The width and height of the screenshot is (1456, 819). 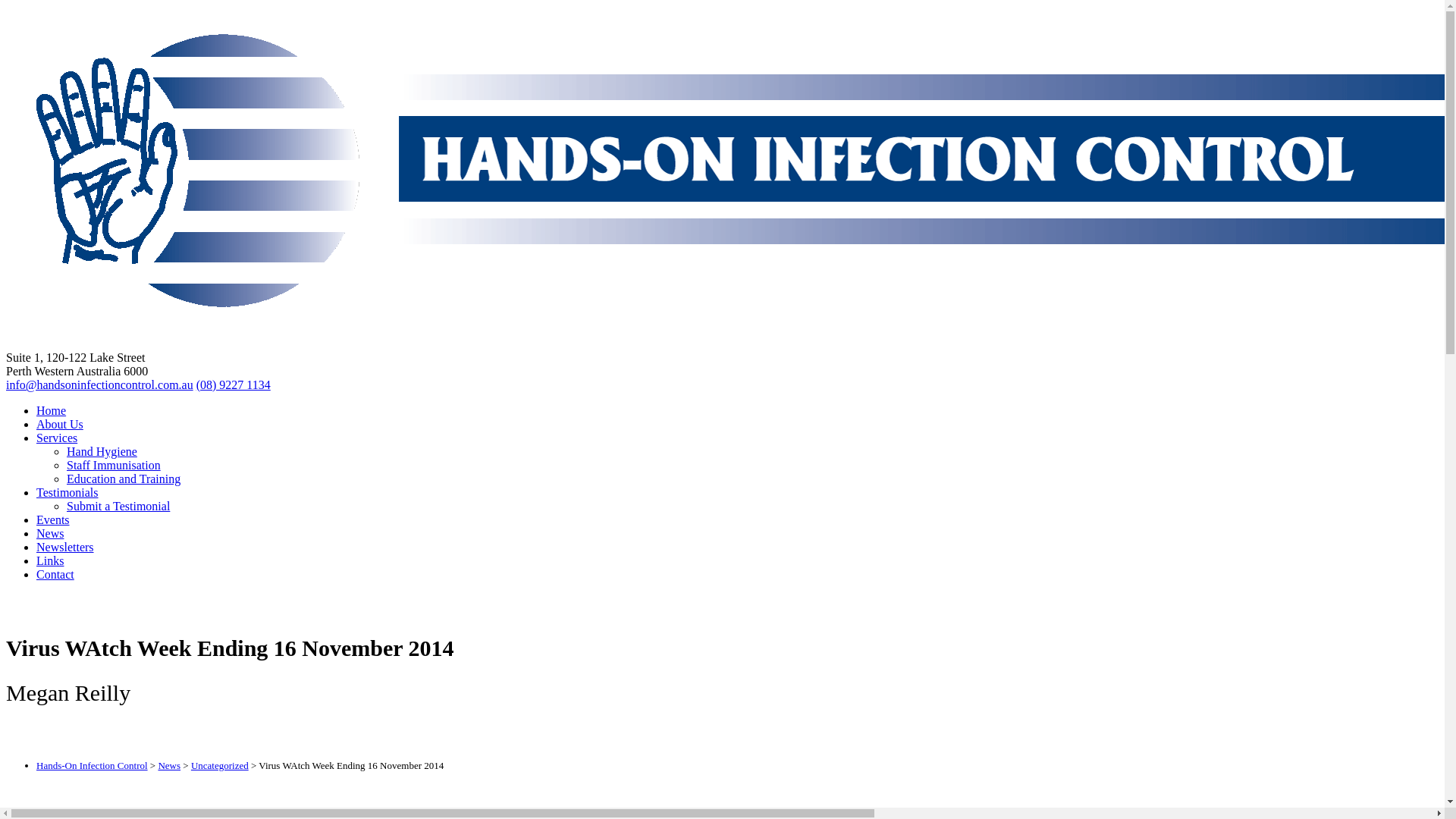 I want to click on 'Submit a Testimonial', so click(x=118, y=506).